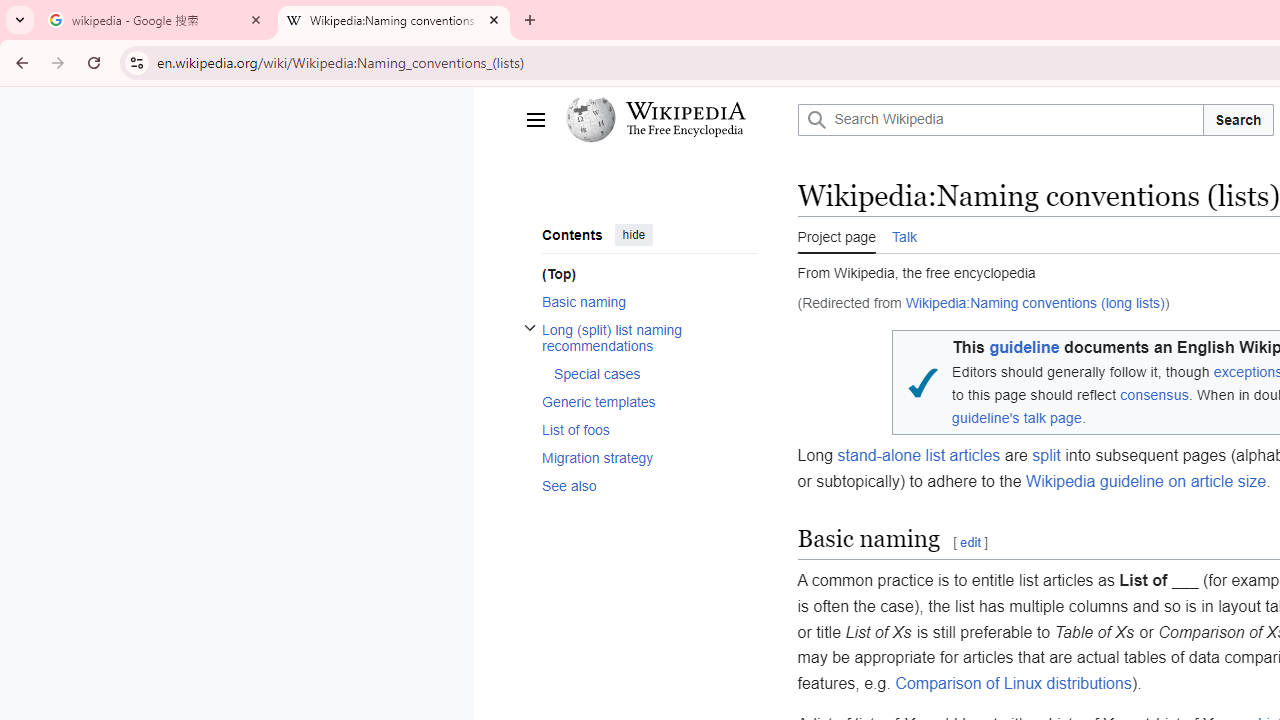 Image resolution: width=1280 pixels, height=720 pixels. What do you see at coordinates (837, 233) in the screenshot?
I see `'AutomationID: ca-nstab-project'` at bounding box center [837, 233].